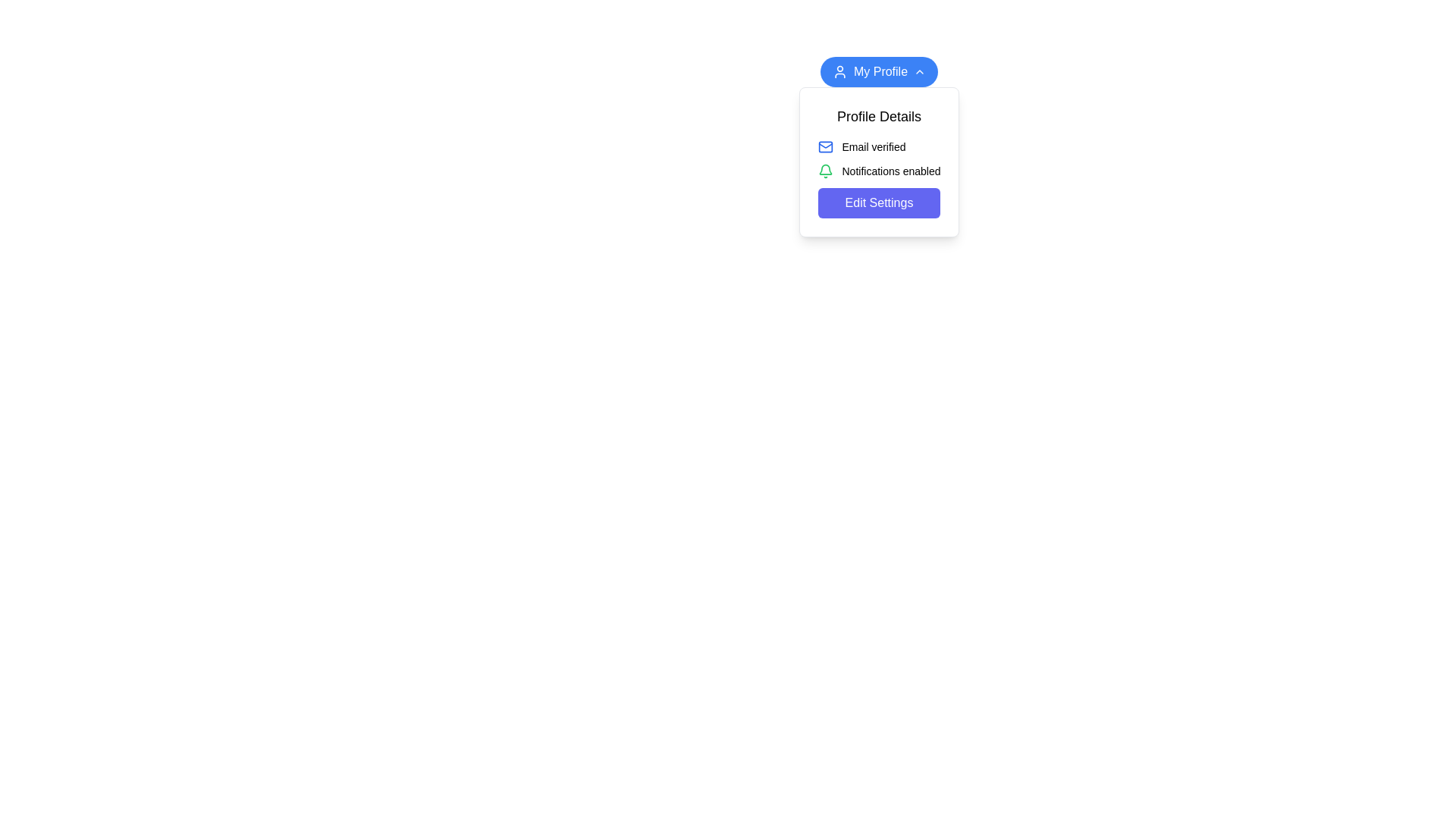 The width and height of the screenshot is (1456, 819). Describe the element at coordinates (824, 146) in the screenshot. I see `the email verification status icon, which is a graphical mail-shaped icon located next to the text 'Email verified' in the 'Profile Details' popup below the 'My Profile' button` at that location.